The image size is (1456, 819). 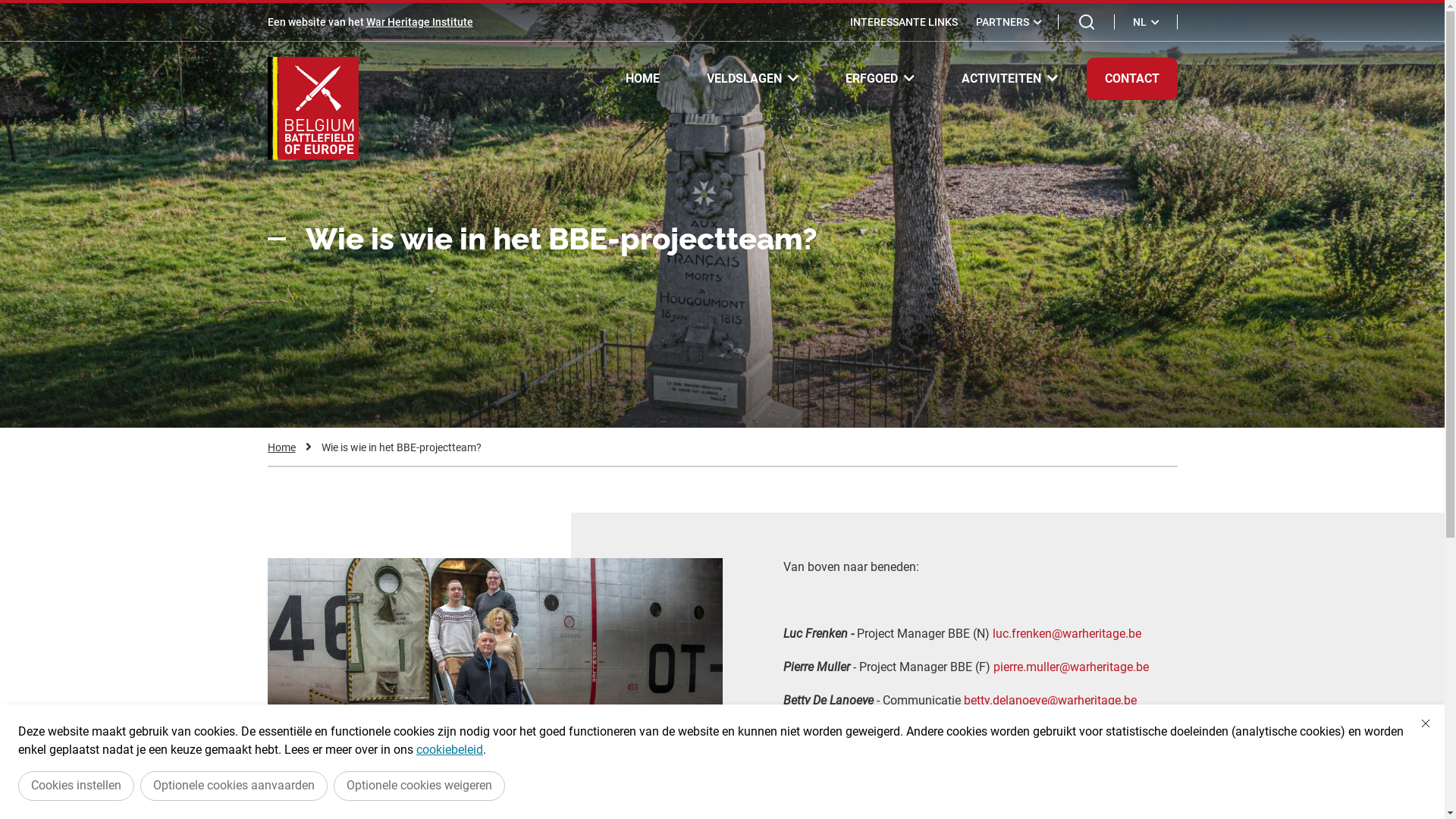 I want to click on 'Optionele cookies weigeren', so click(x=419, y=785).